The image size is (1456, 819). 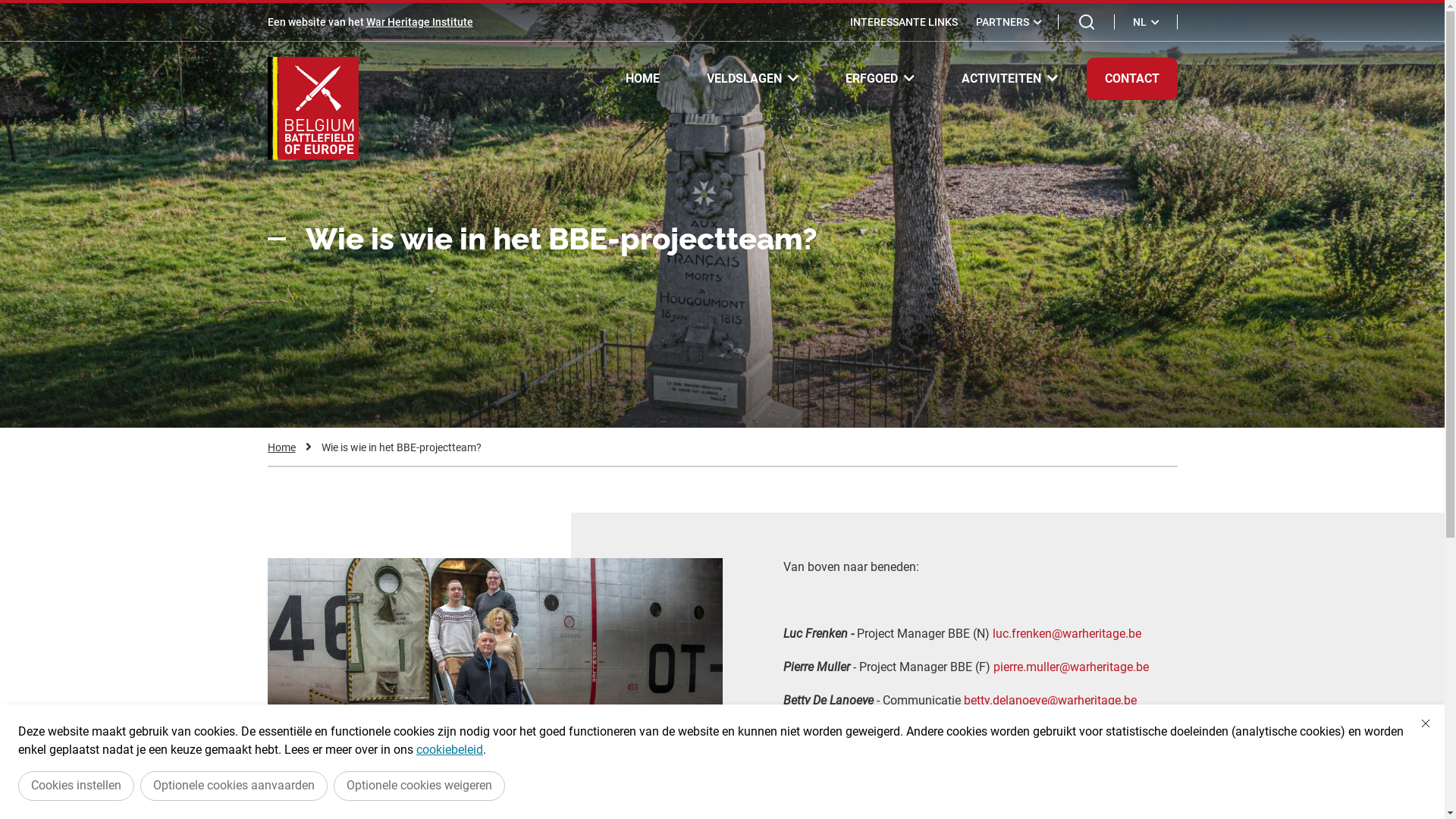 I want to click on 'Optionele cookies weigeren', so click(x=419, y=785).